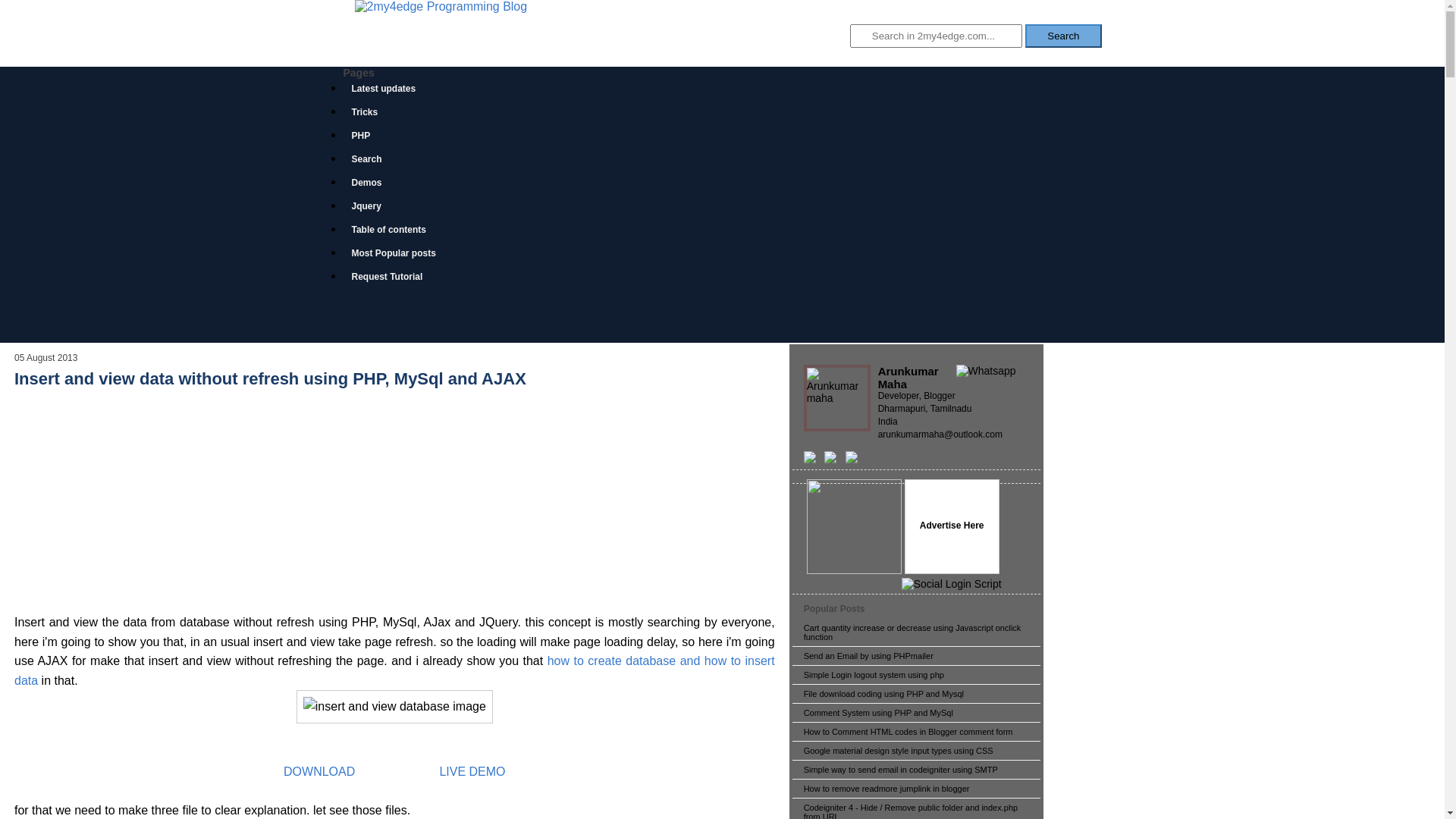 The height and width of the screenshot is (819, 1456). What do you see at coordinates (878, 713) in the screenshot?
I see `'Comment System using PHP and MySql'` at bounding box center [878, 713].